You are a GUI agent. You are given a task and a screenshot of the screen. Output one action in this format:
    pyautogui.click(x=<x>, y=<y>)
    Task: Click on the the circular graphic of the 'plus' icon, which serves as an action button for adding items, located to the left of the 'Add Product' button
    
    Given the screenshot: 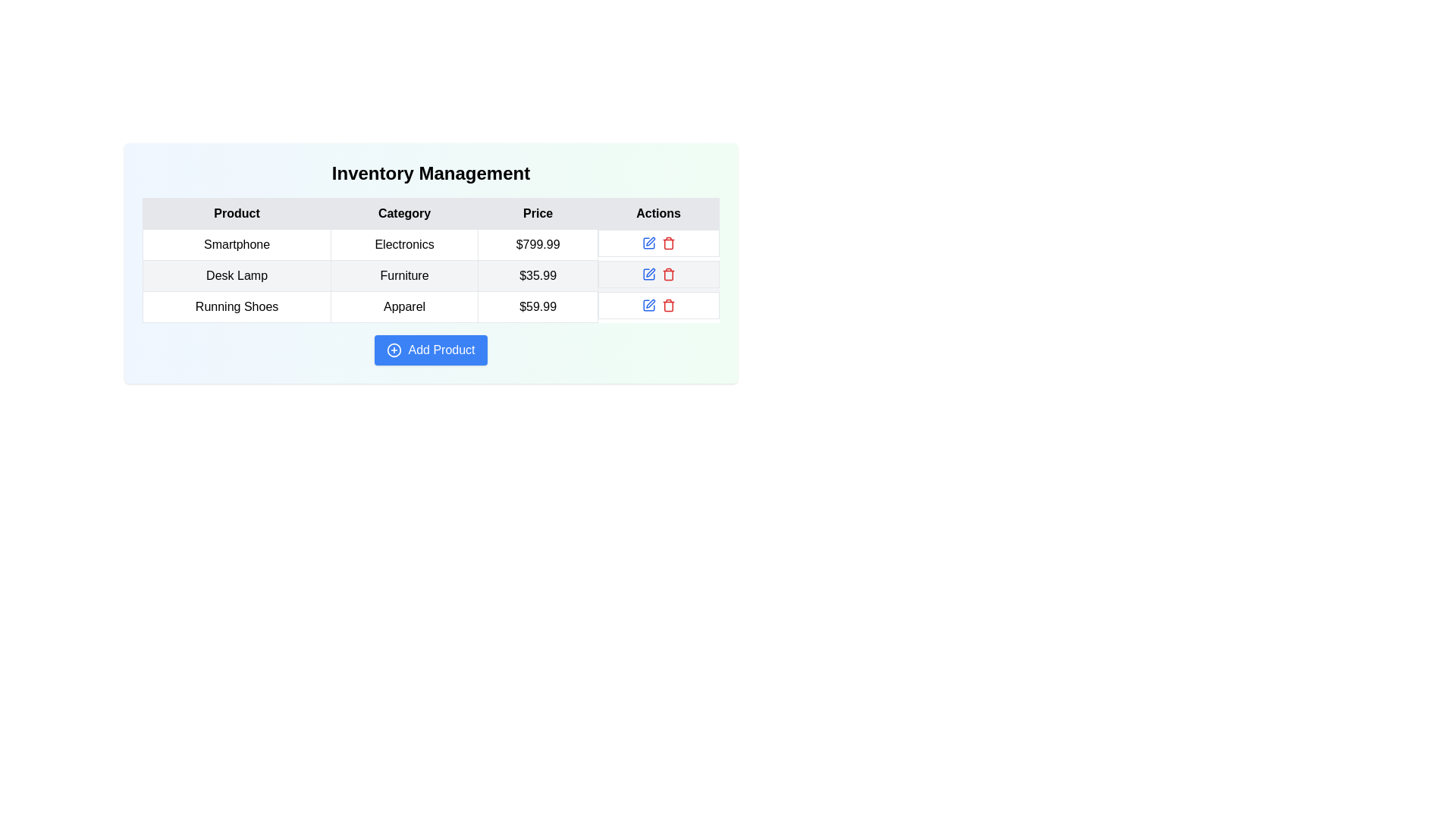 What is the action you would take?
    pyautogui.click(x=394, y=350)
    